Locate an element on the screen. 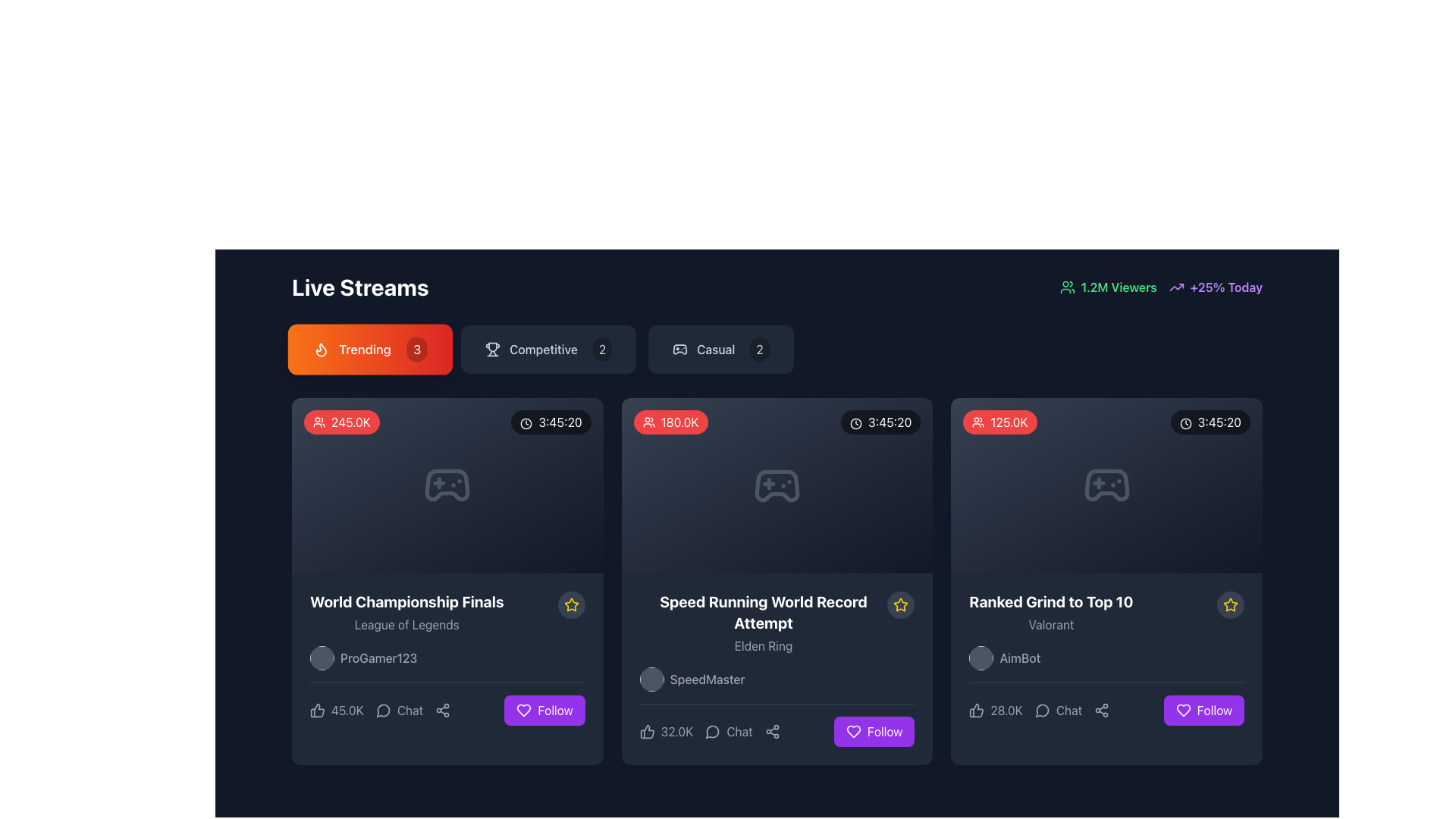 The image size is (1456, 819). the icon that symbolizes the duration of the live stream, located to the left of the text '3:45:20' in the top-right corner of the card displaying 180.0K viewers is located at coordinates (855, 423).